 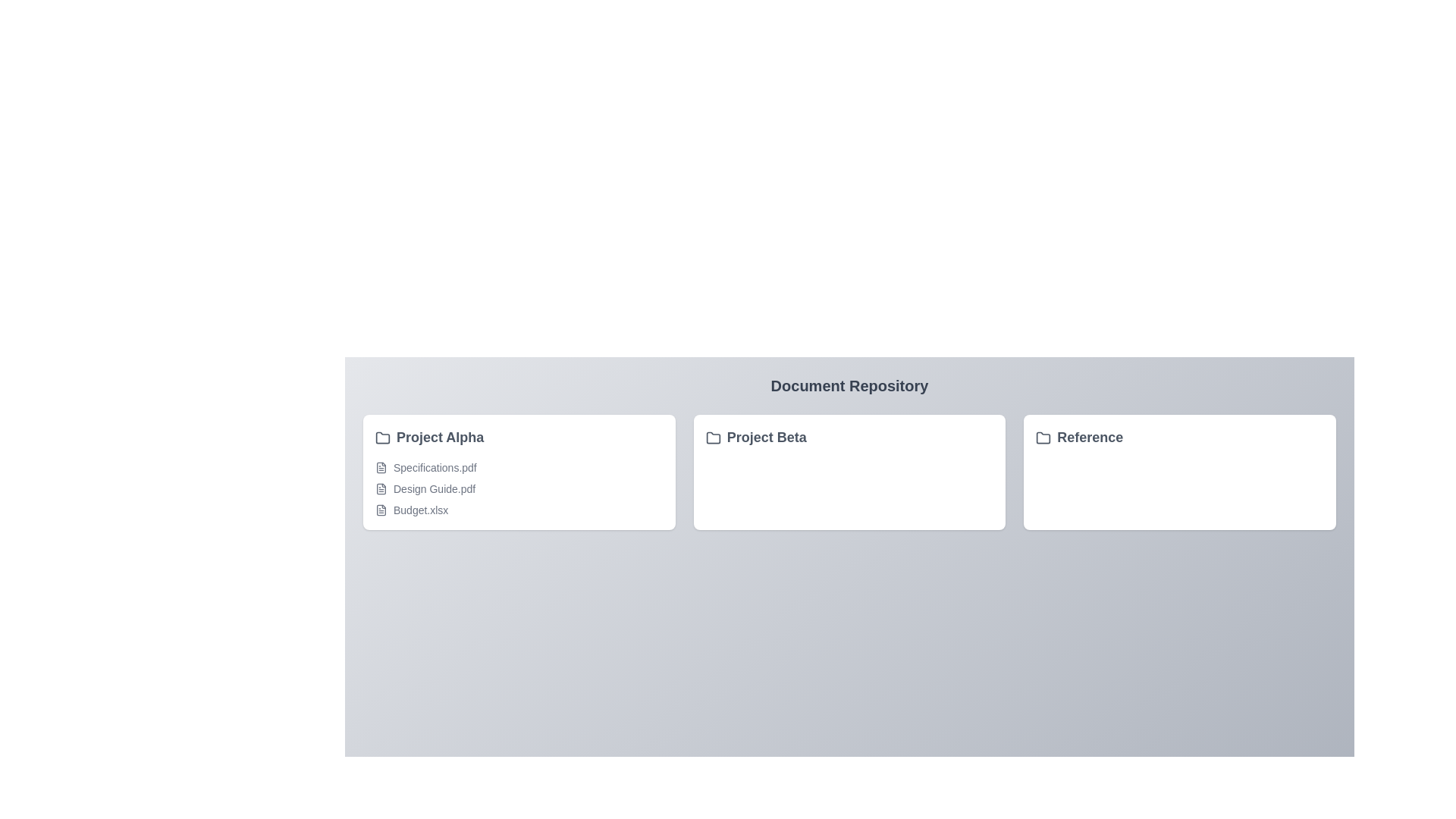 I want to click on the file name in the 'Project Alpha' section, so click(x=519, y=488).